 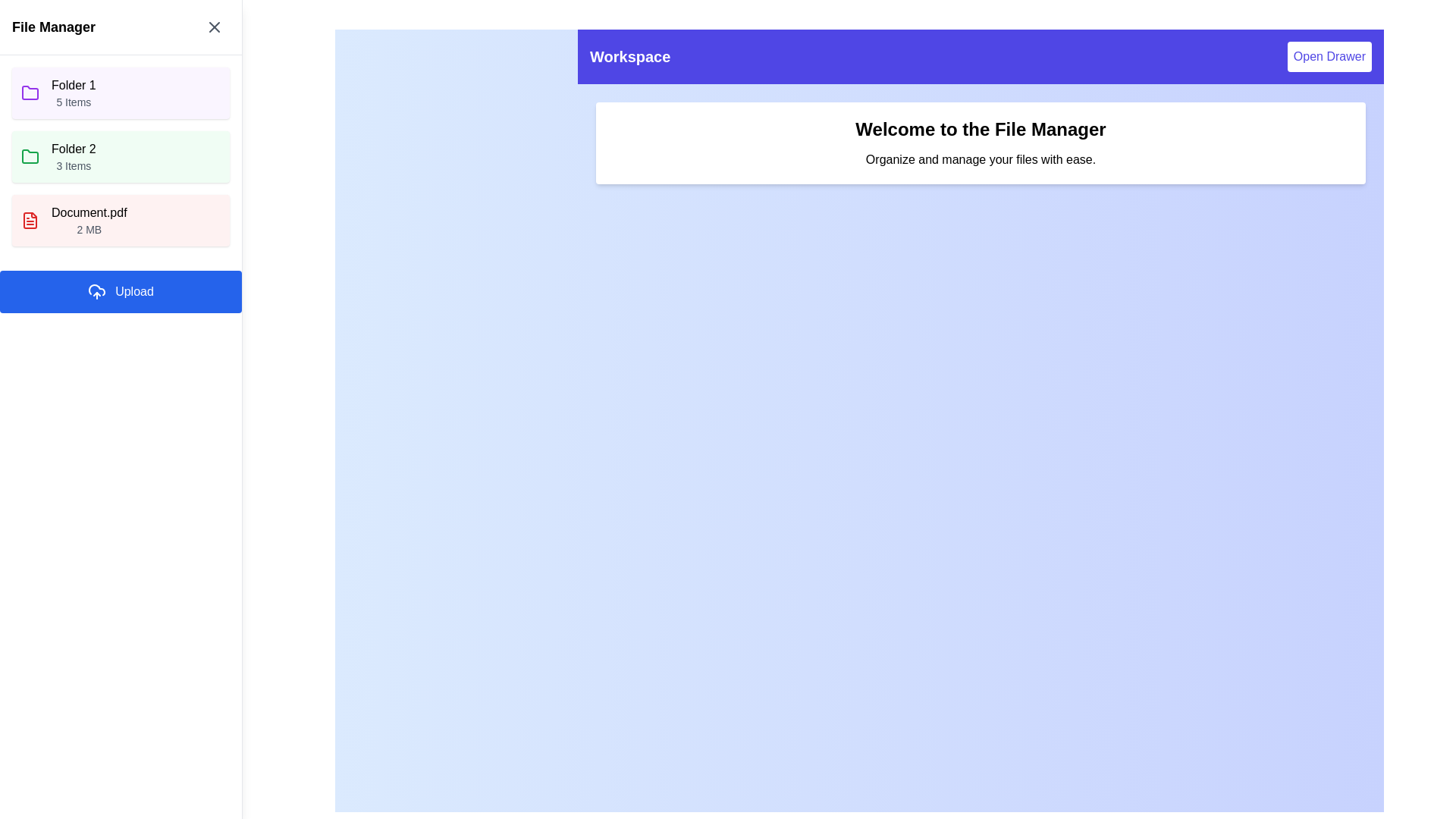 What do you see at coordinates (630, 55) in the screenshot?
I see `title label located at the top left of the workspace section, which indicates the current context or view` at bounding box center [630, 55].